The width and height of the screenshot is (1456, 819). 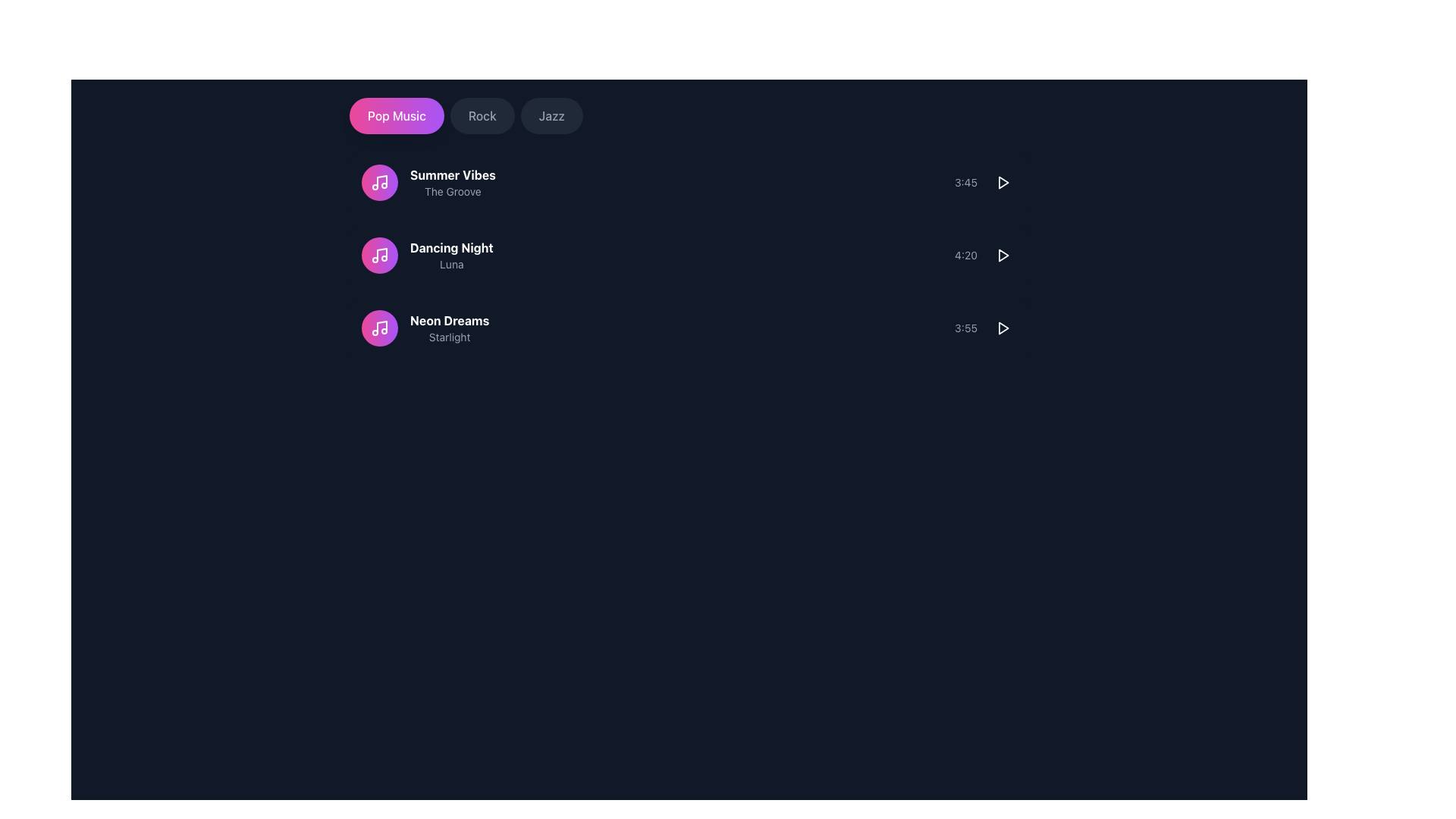 I want to click on the text label that reads 'Dancing Night', which is styled in bold white font and centrally aligned within a dark background, so click(x=450, y=247).